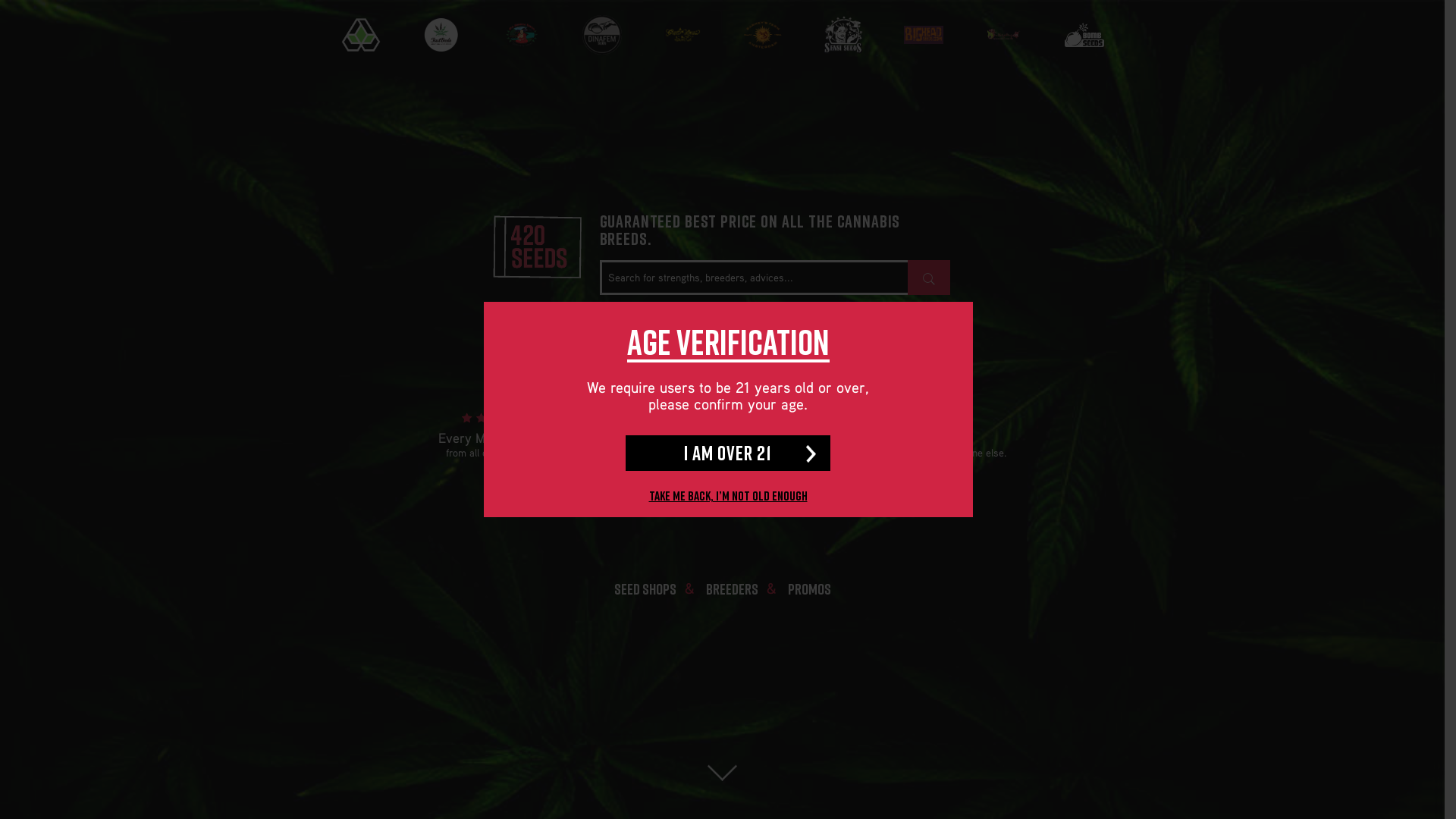 This screenshot has height=819, width=1456. I want to click on 'Bomb Seeds', so click(1083, 42).